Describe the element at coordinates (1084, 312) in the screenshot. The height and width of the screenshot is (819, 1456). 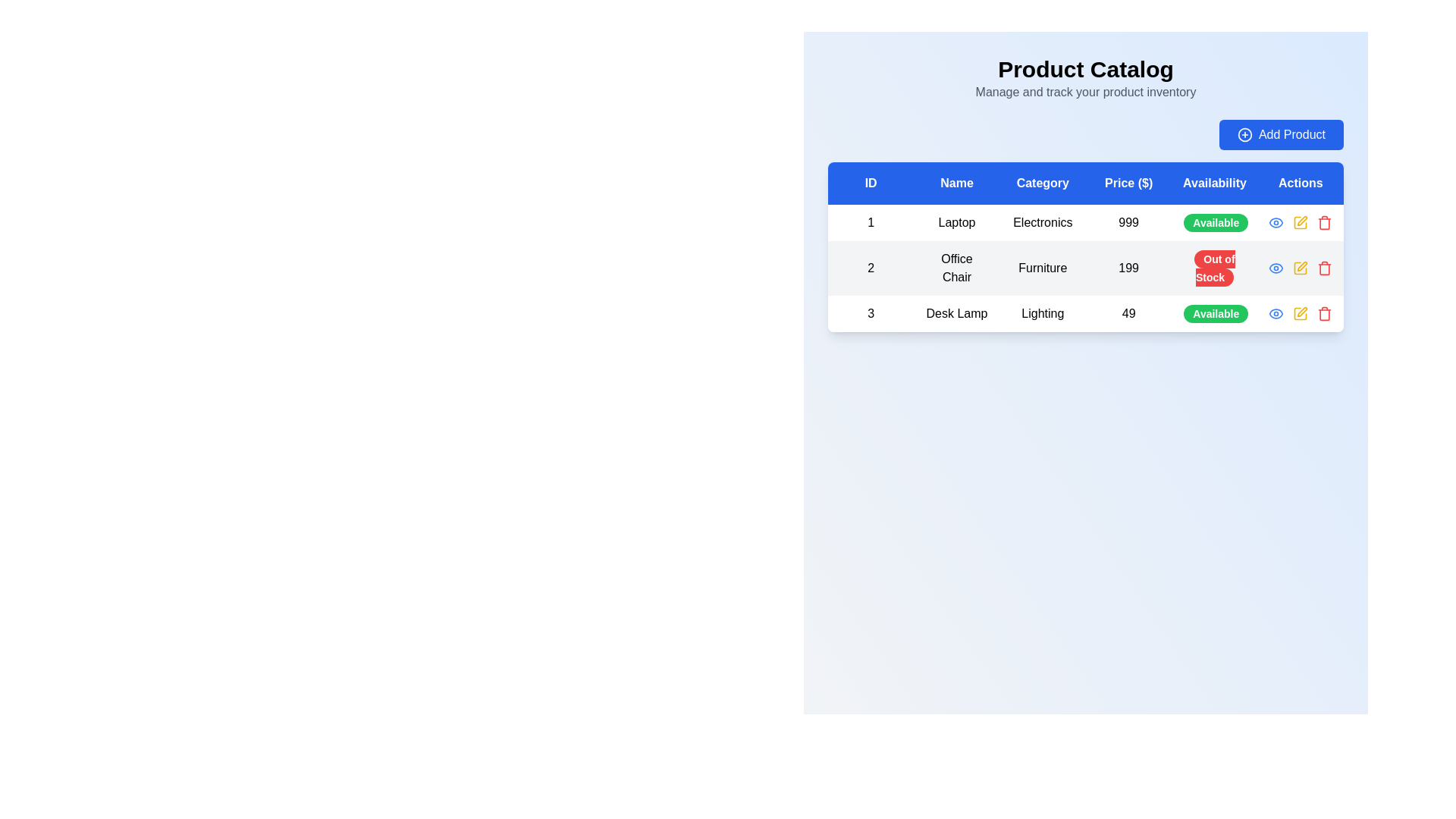
I see `details presented in the third row of the product table, which displays information about the 'Desk Lamp'` at that location.